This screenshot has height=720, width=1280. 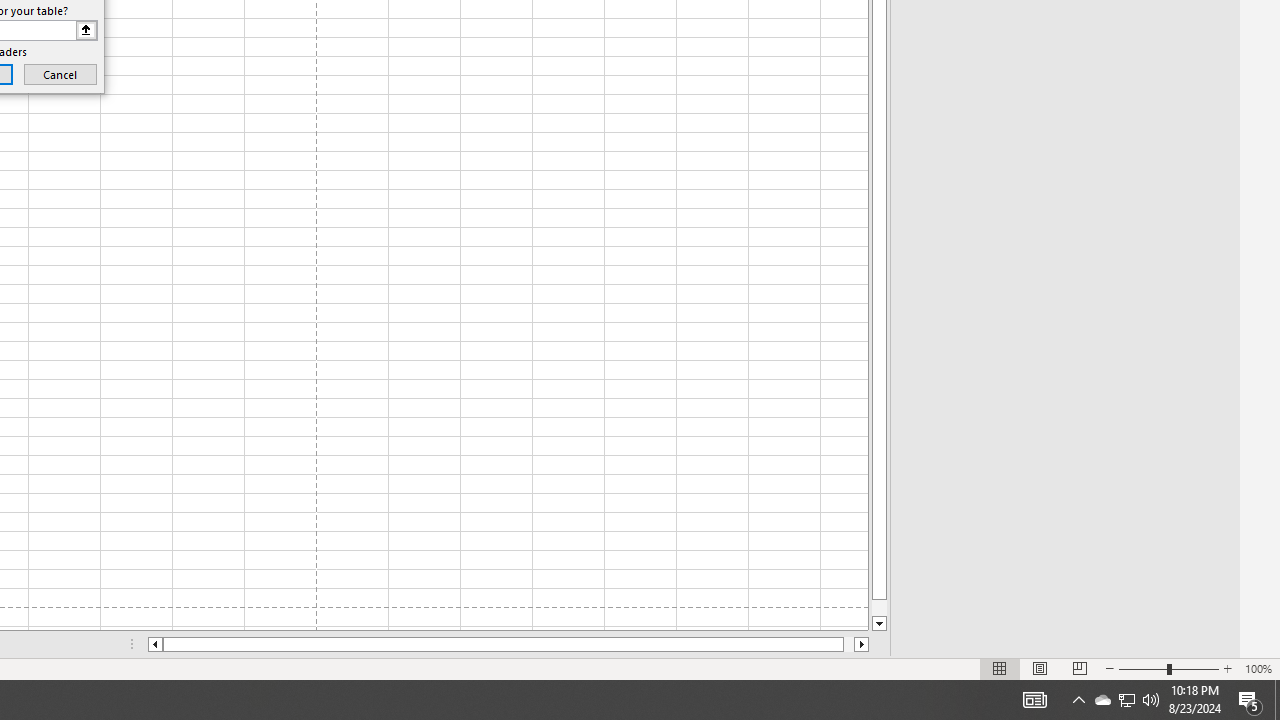 I want to click on 'Normal', so click(x=1000, y=669).